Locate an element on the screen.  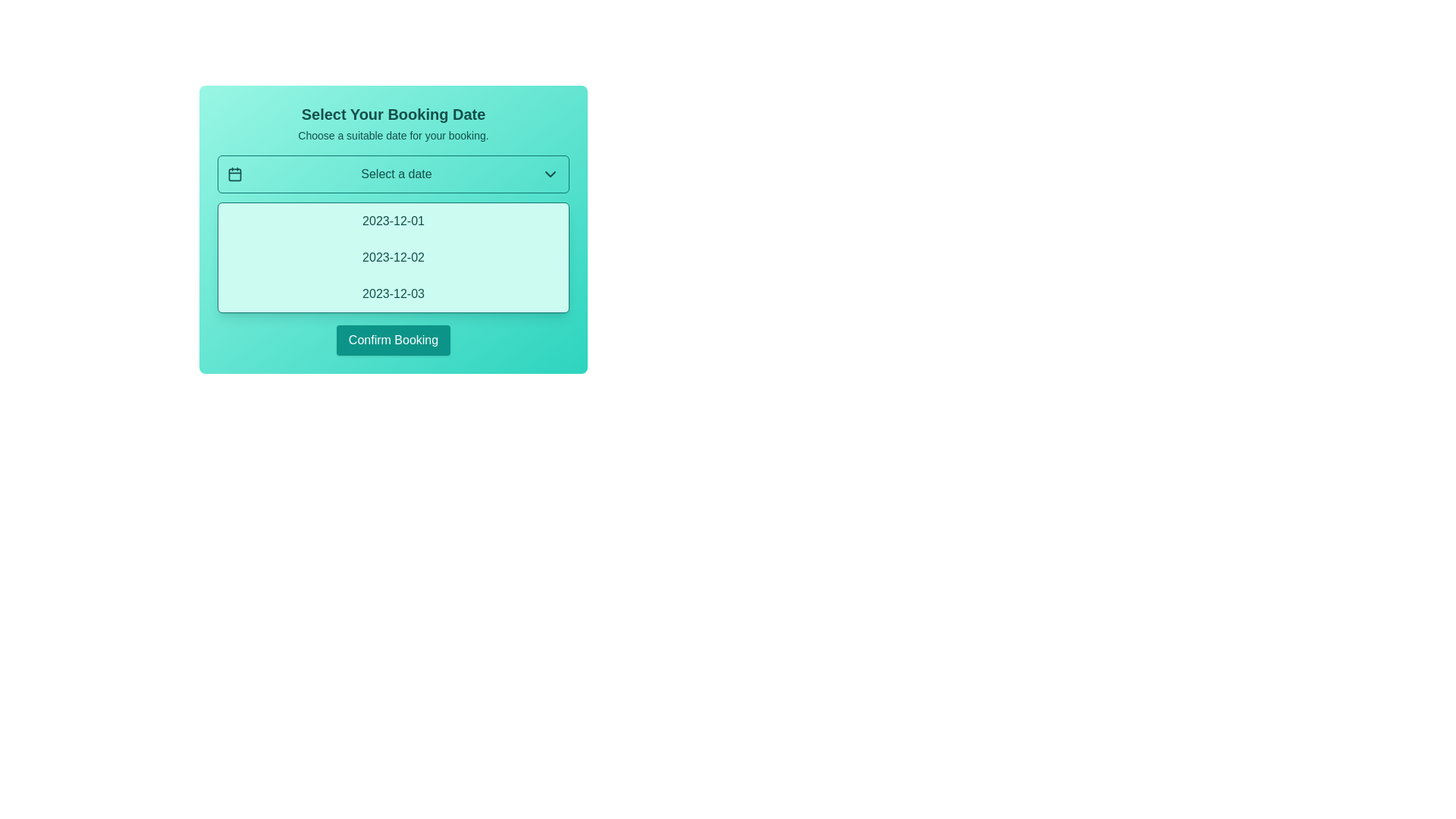
the chevron icon on the far right of the date selection bar is located at coordinates (549, 174).